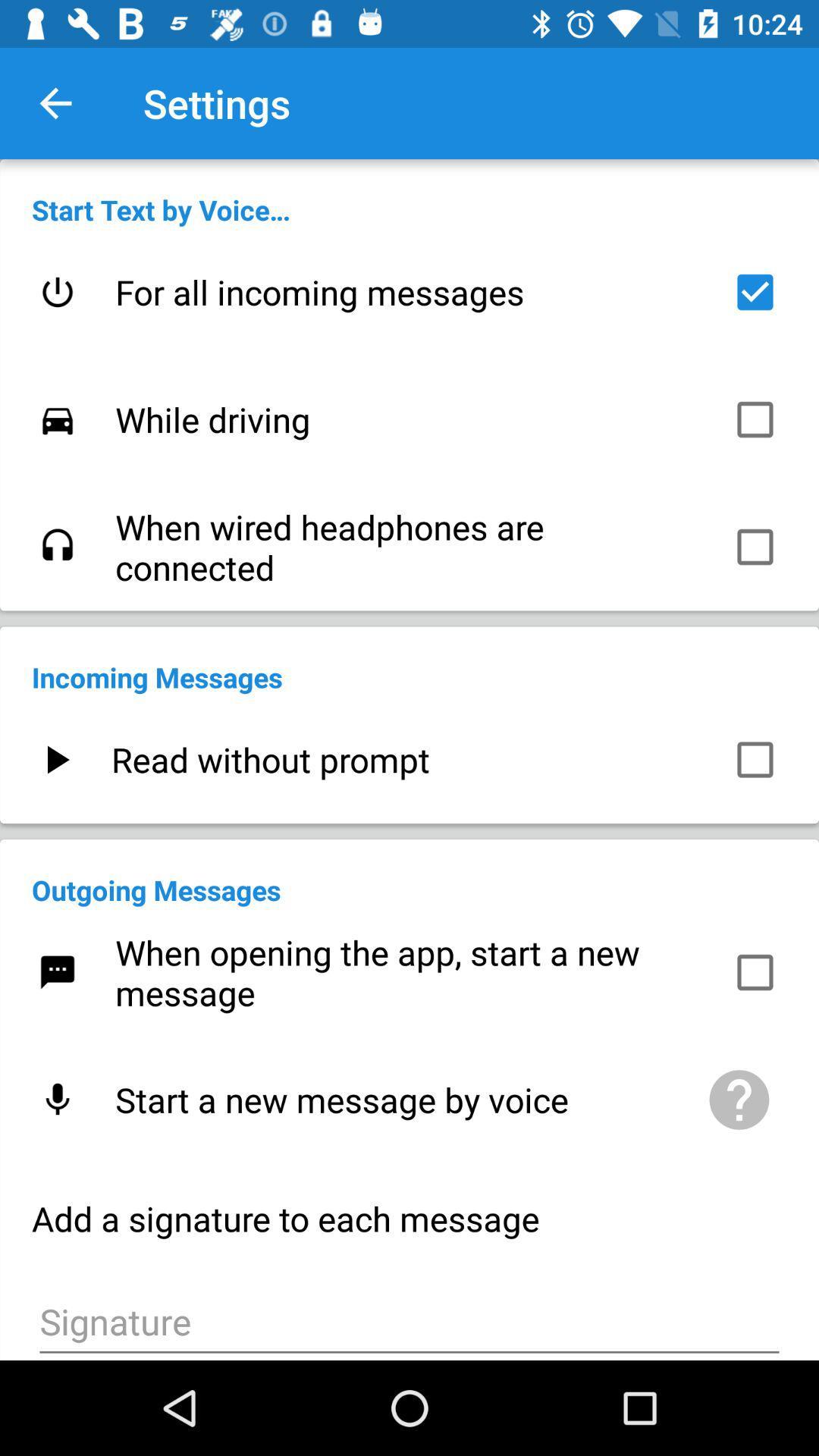 Image resolution: width=819 pixels, height=1456 pixels. What do you see at coordinates (55, 102) in the screenshot?
I see `the item above the start text by item` at bounding box center [55, 102].